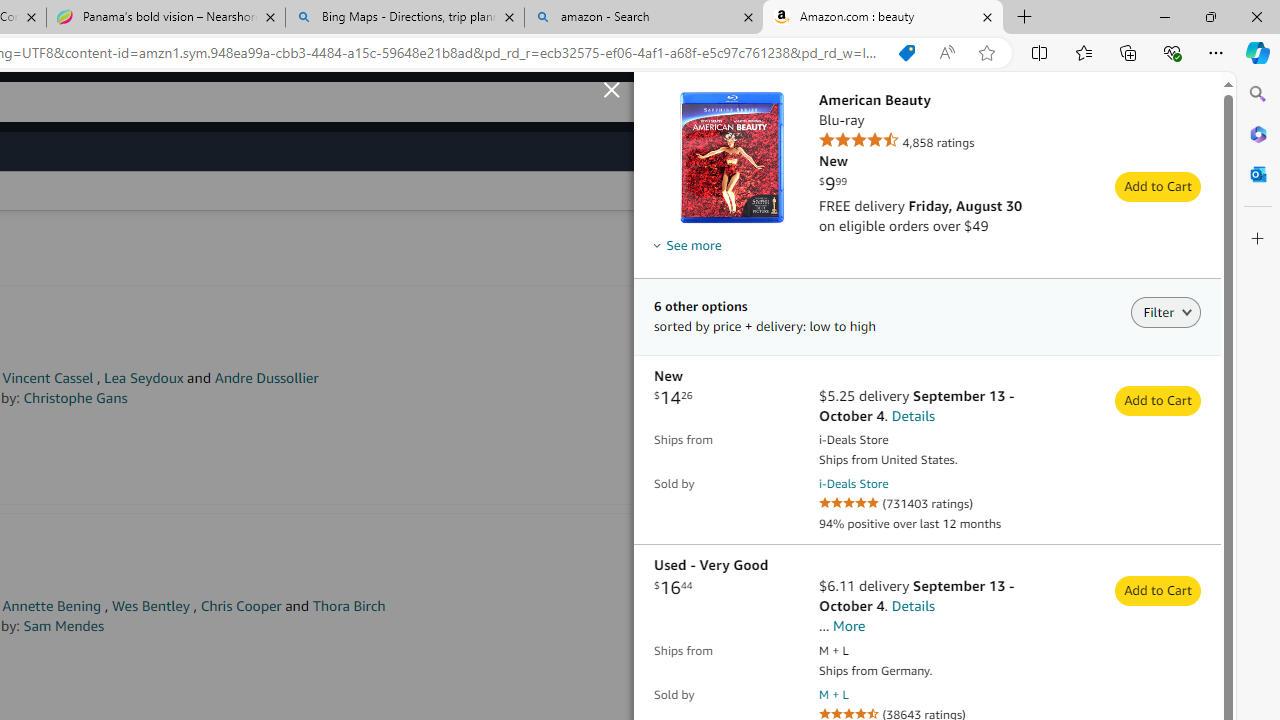  Describe the element at coordinates (1215, 51) in the screenshot. I see `'Settings and more (Alt+F)'` at that location.